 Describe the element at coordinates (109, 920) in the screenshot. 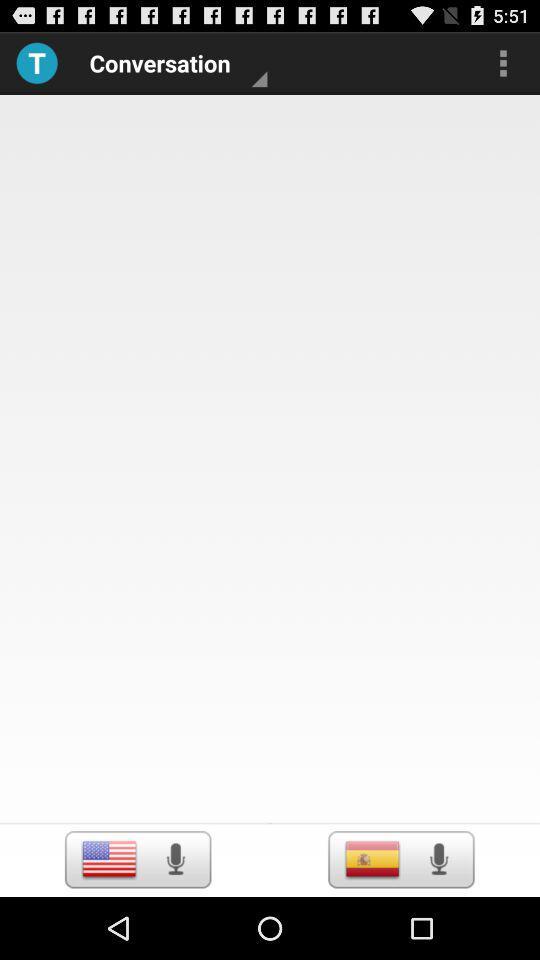

I see `the national_flag icon` at that location.